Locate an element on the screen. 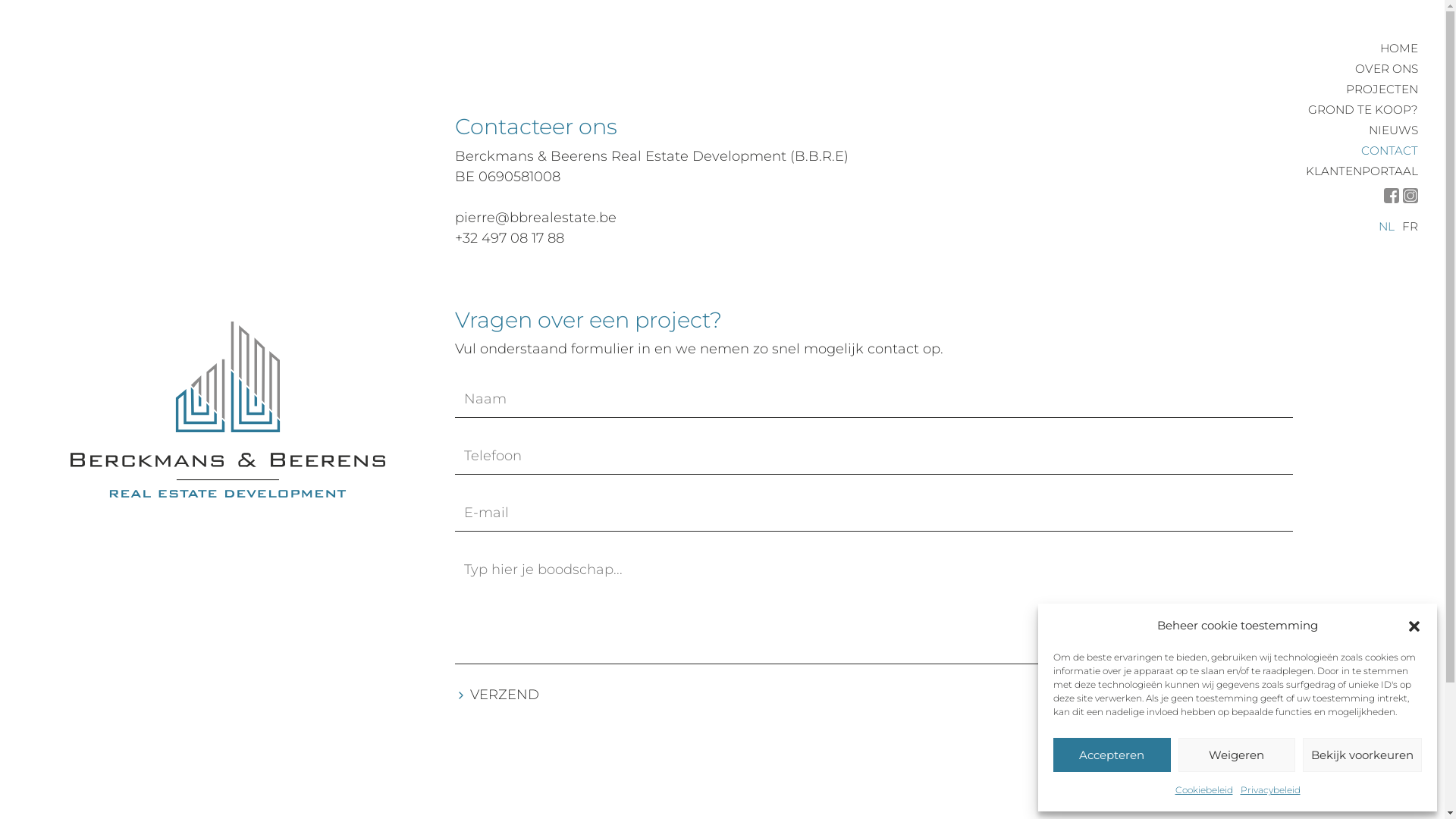 This screenshot has height=819, width=1456. 'PROJECTEN' is located at coordinates (1346, 89).